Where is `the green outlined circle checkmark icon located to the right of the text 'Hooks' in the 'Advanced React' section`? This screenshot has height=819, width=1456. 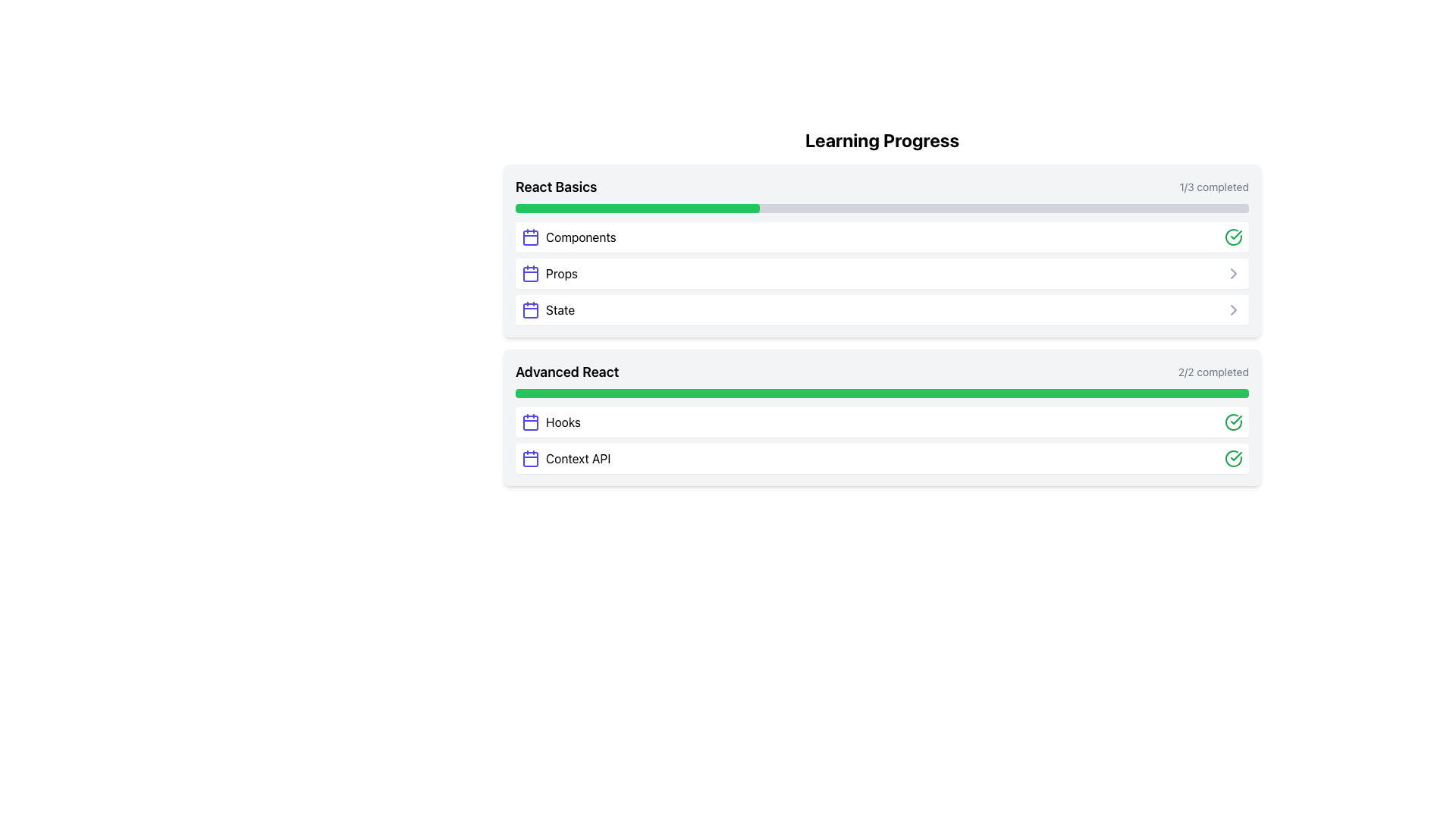 the green outlined circle checkmark icon located to the right of the text 'Hooks' in the 'Advanced React' section is located at coordinates (1234, 422).